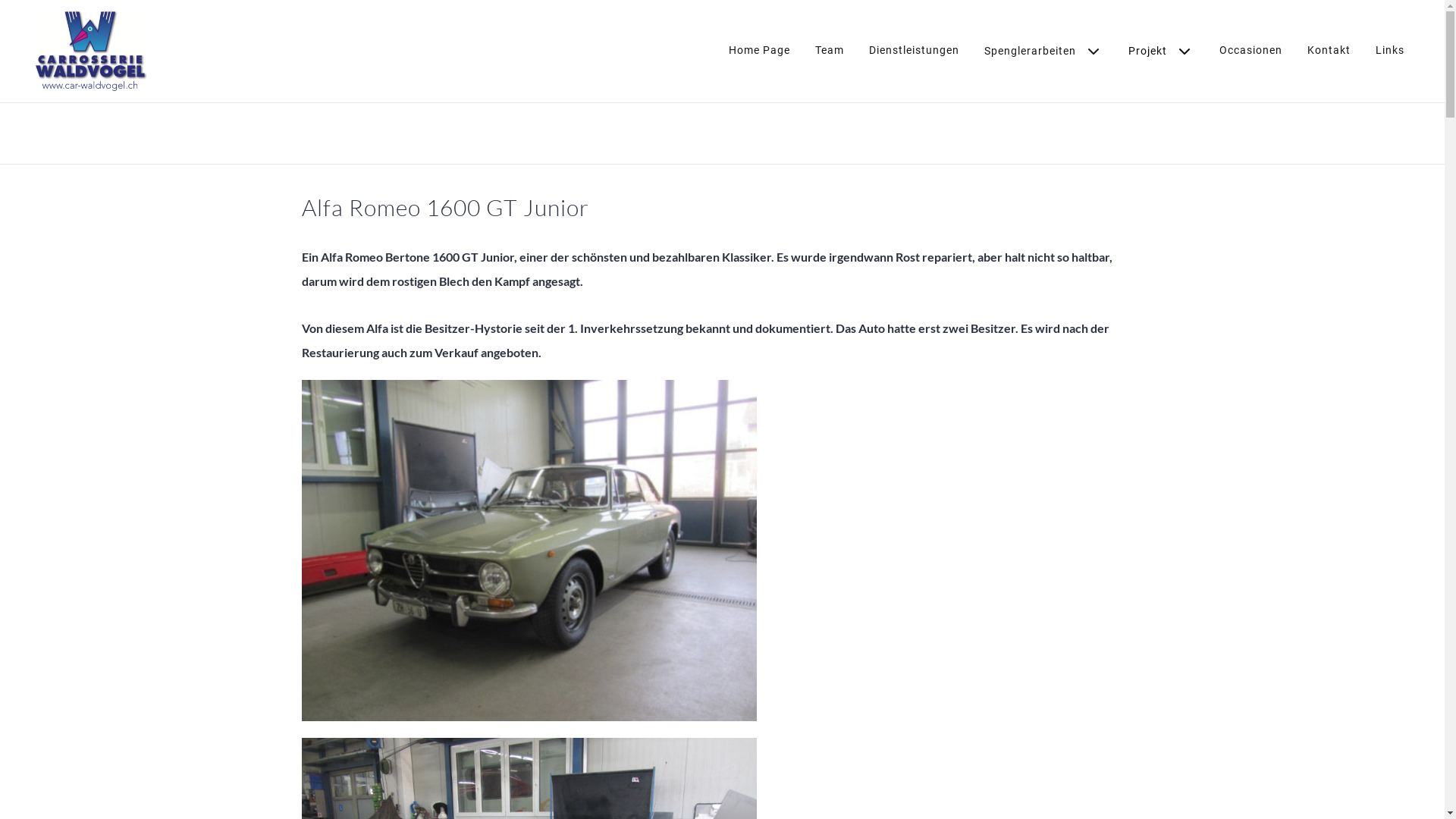 The image size is (1456, 819). I want to click on 'logo', so click(89, 50).